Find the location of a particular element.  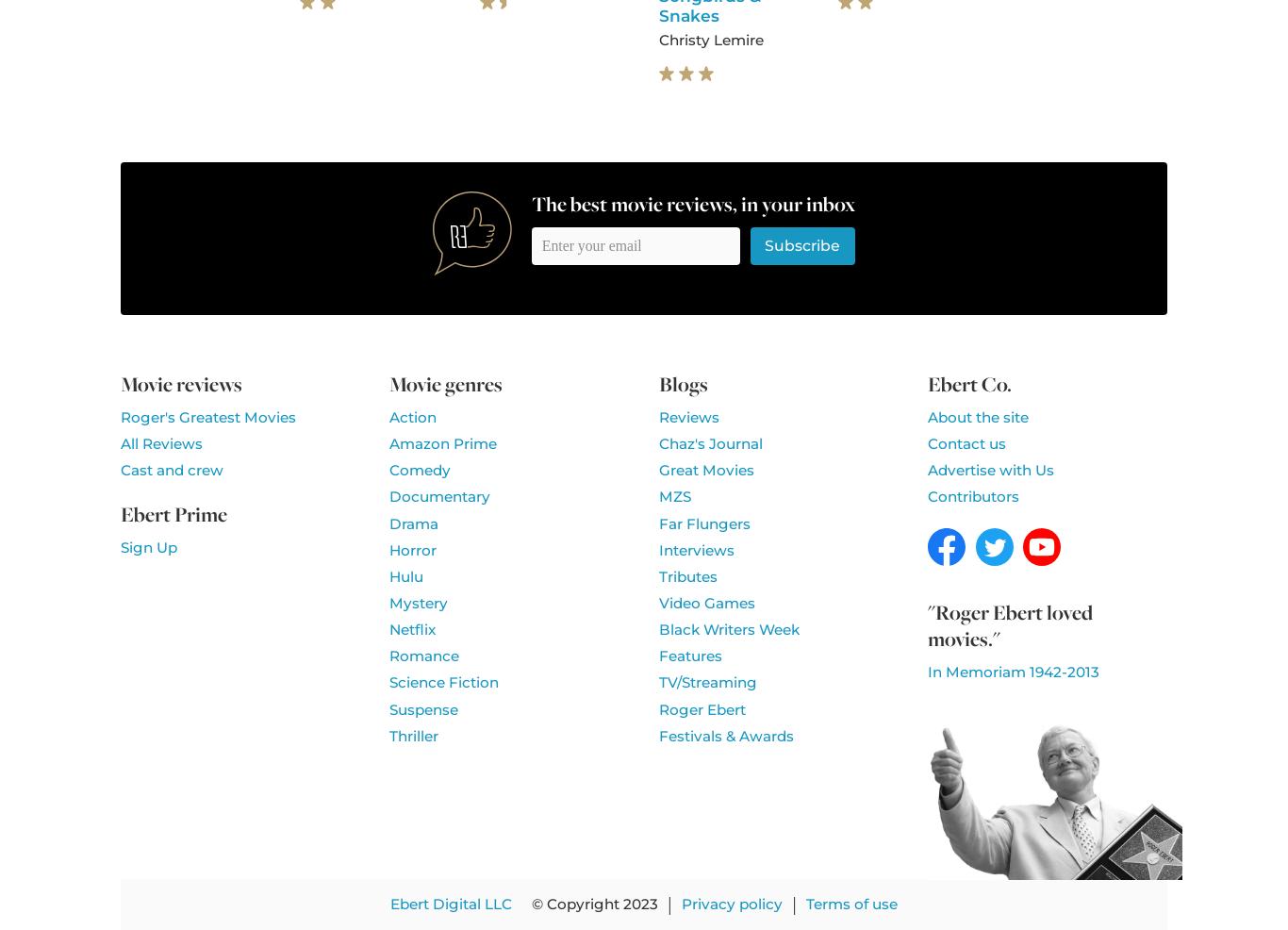

'Roger's Greatest Movies' is located at coordinates (207, 417).